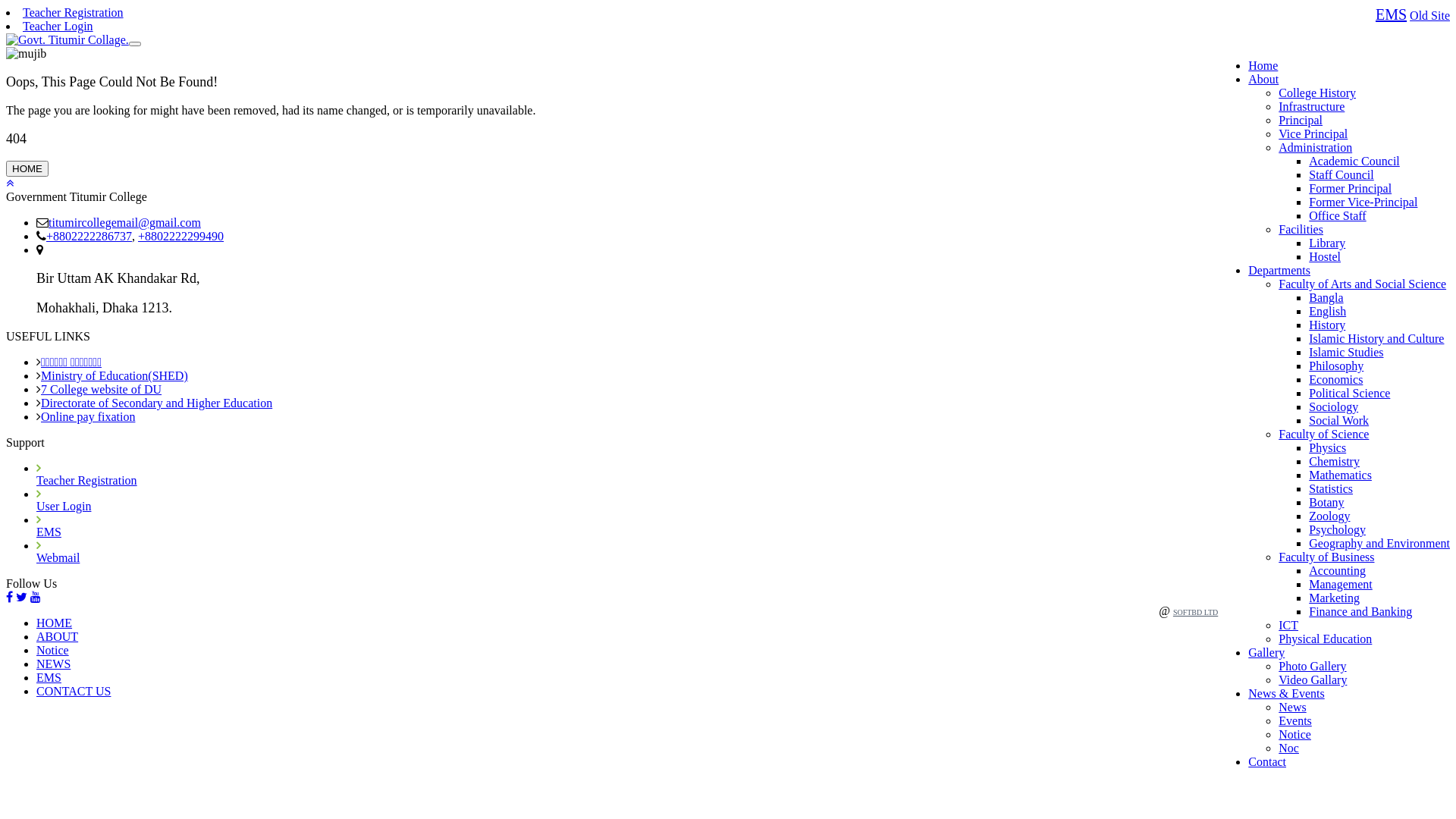 The width and height of the screenshot is (1456, 819). What do you see at coordinates (1326, 447) in the screenshot?
I see `'Physics'` at bounding box center [1326, 447].